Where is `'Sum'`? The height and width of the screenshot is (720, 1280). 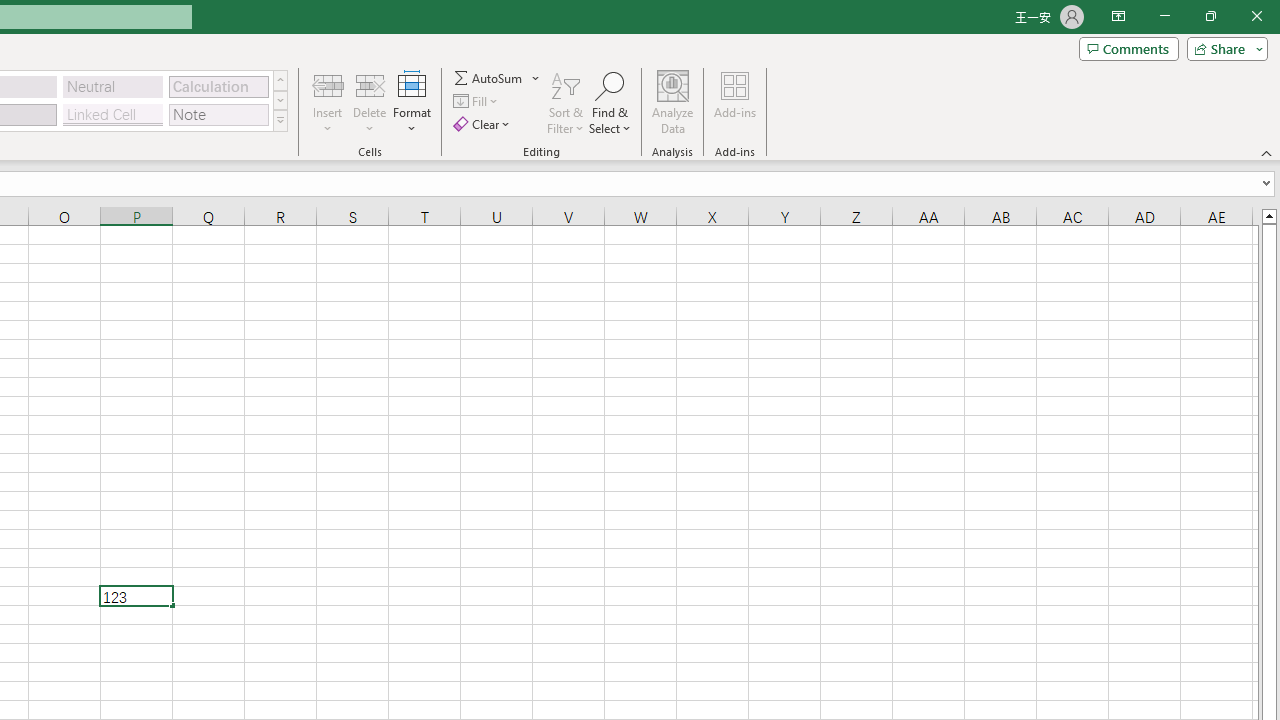 'Sum' is located at coordinates (489, 77).